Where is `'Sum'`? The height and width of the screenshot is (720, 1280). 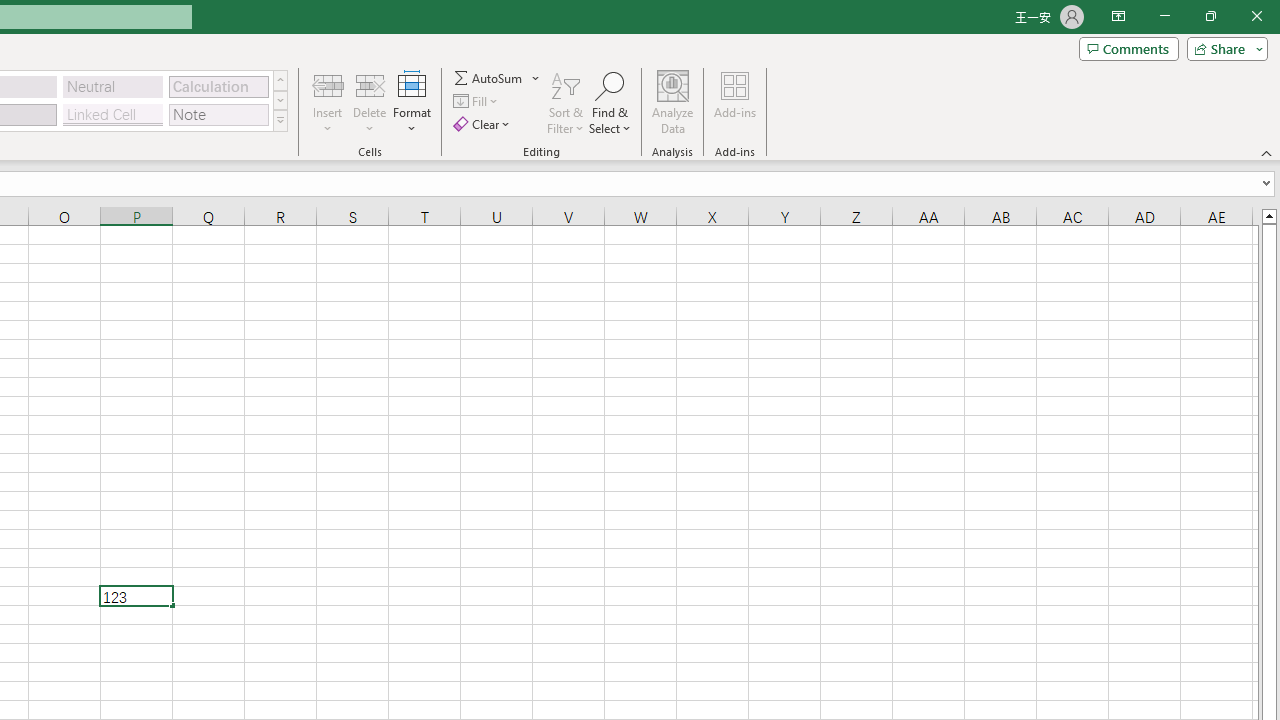 'Sum' is located at coordinates (489, 77).